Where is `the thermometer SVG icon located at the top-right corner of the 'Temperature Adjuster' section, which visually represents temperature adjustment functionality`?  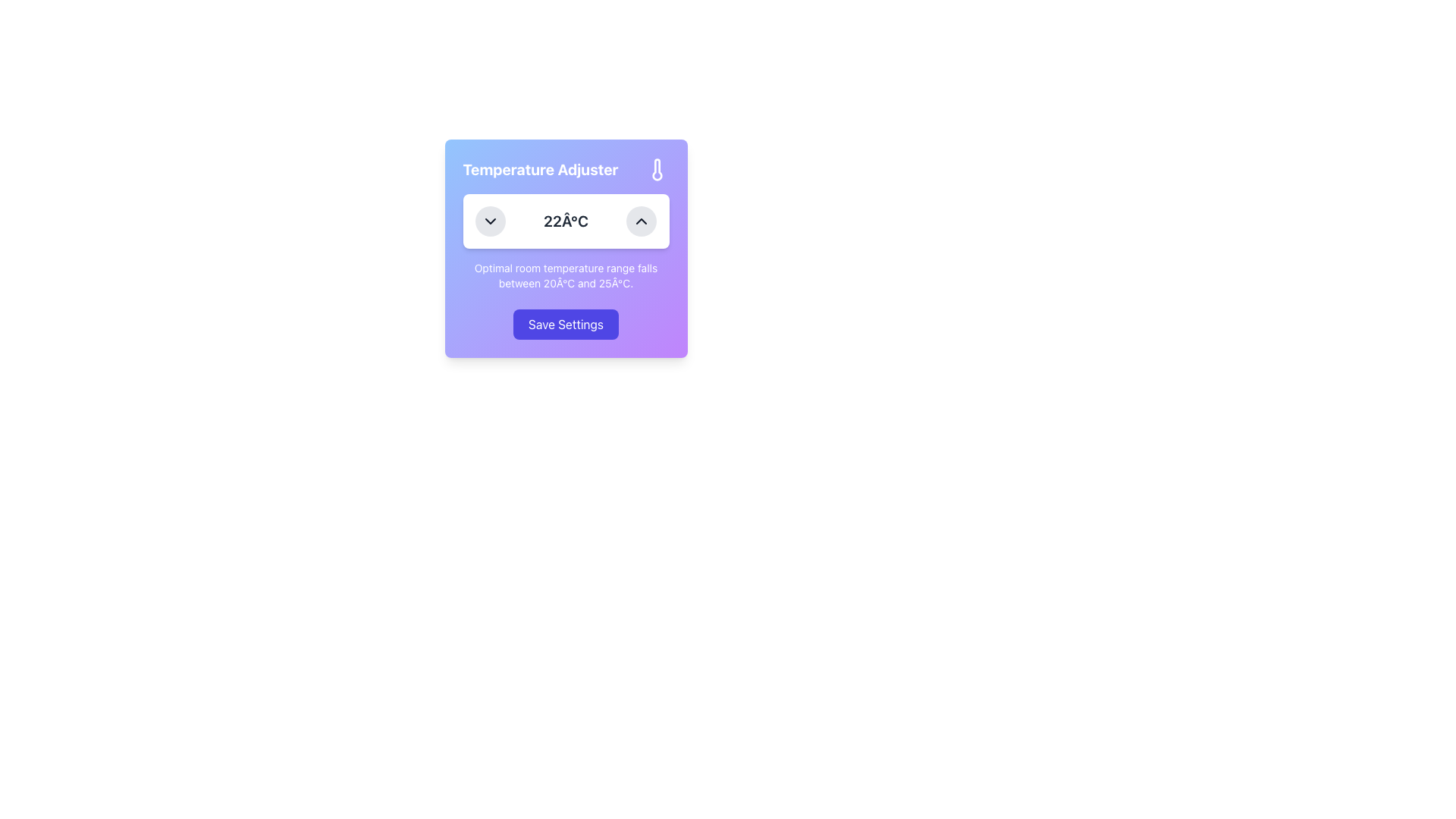
the thermometer SVG icon located at the top-right corner of the 'Temperature Adjuster' section, which visually represents temperature adjustment functionality is located at coordinates (657, 169).